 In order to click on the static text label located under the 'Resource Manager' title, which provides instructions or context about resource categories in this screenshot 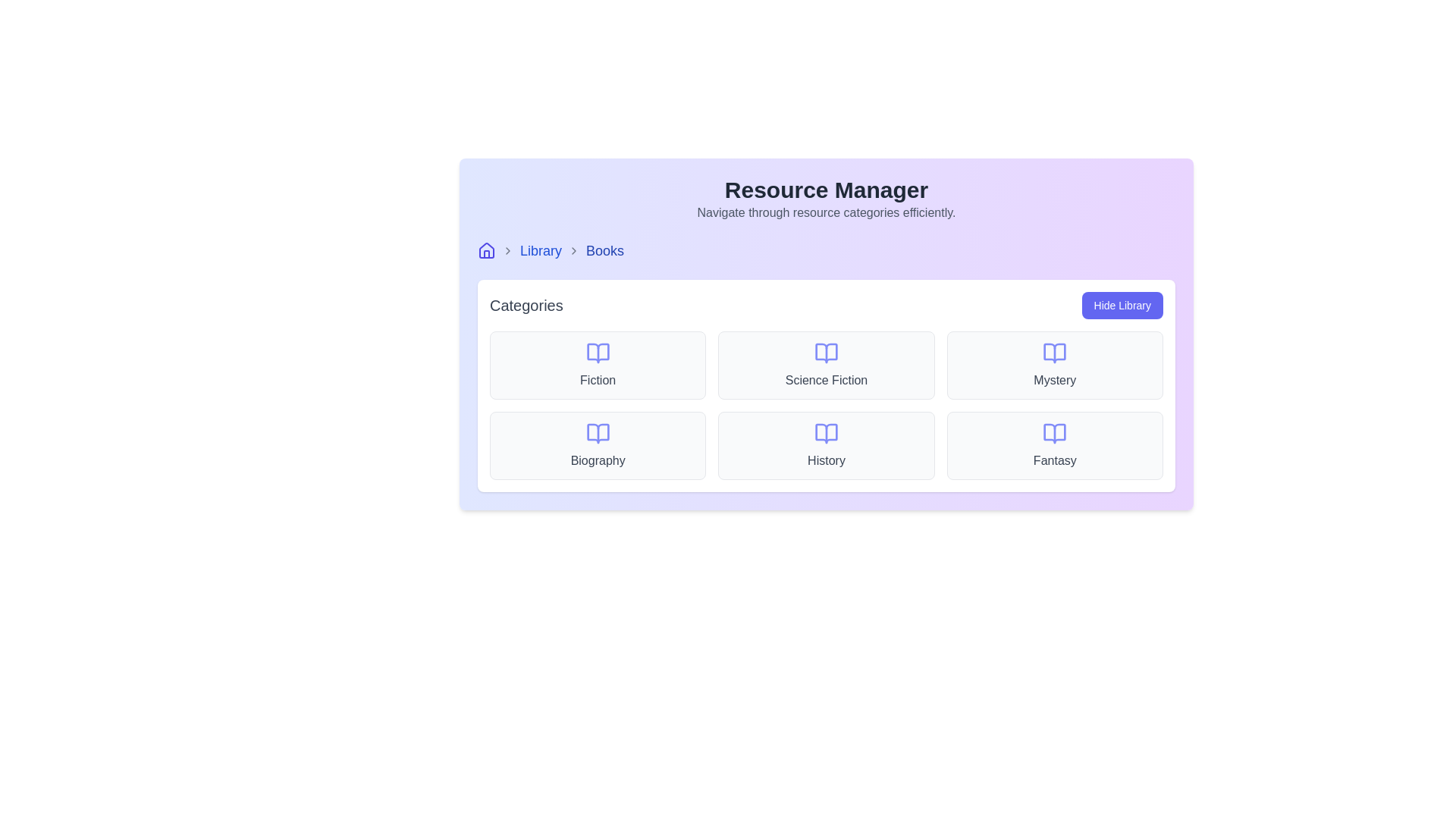, I will do `click(825, 213)`.